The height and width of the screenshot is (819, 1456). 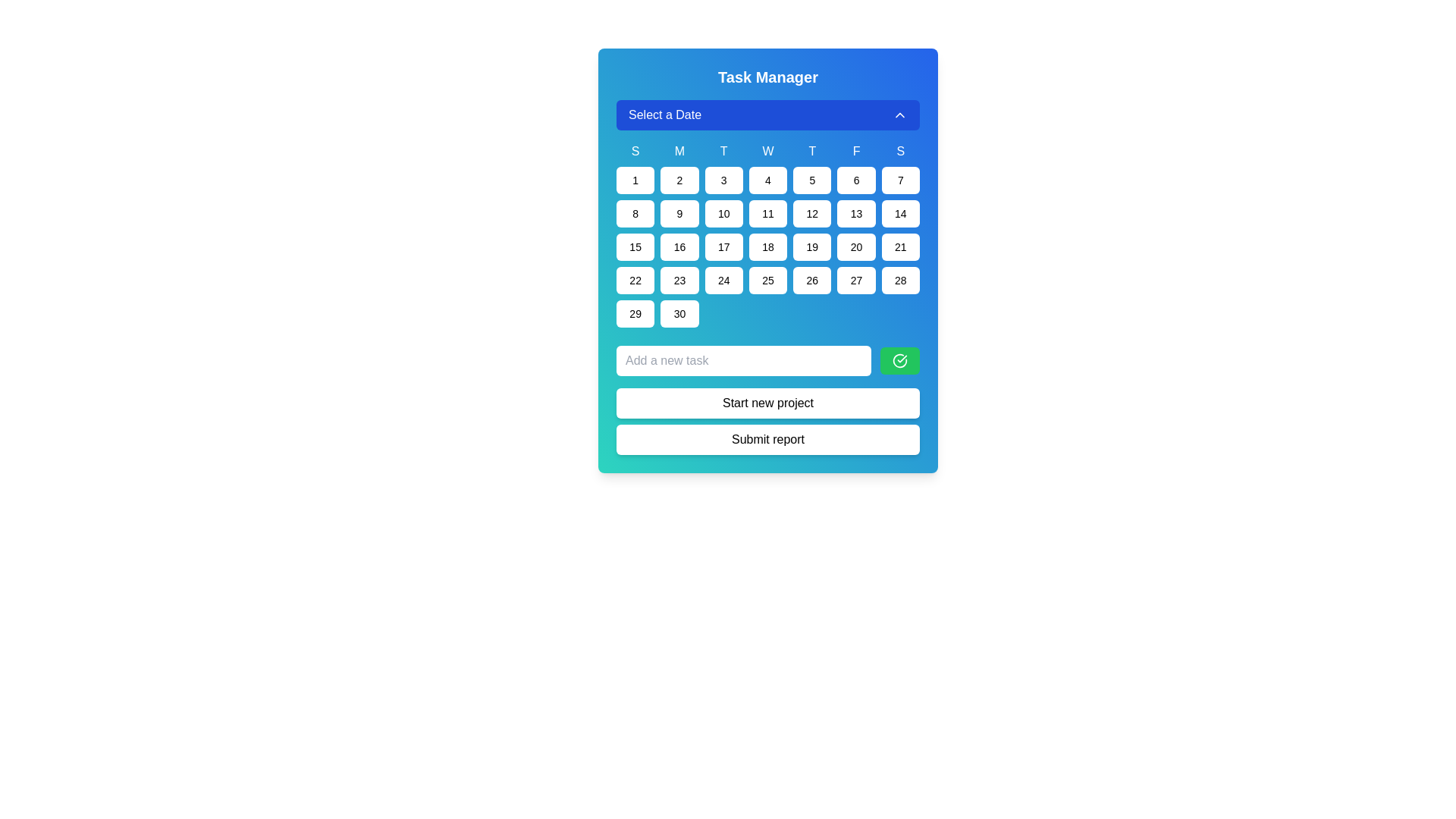 I want to click on the rectangular button displaying the number '13' in black text on a white background, so click(x=856, y=213).